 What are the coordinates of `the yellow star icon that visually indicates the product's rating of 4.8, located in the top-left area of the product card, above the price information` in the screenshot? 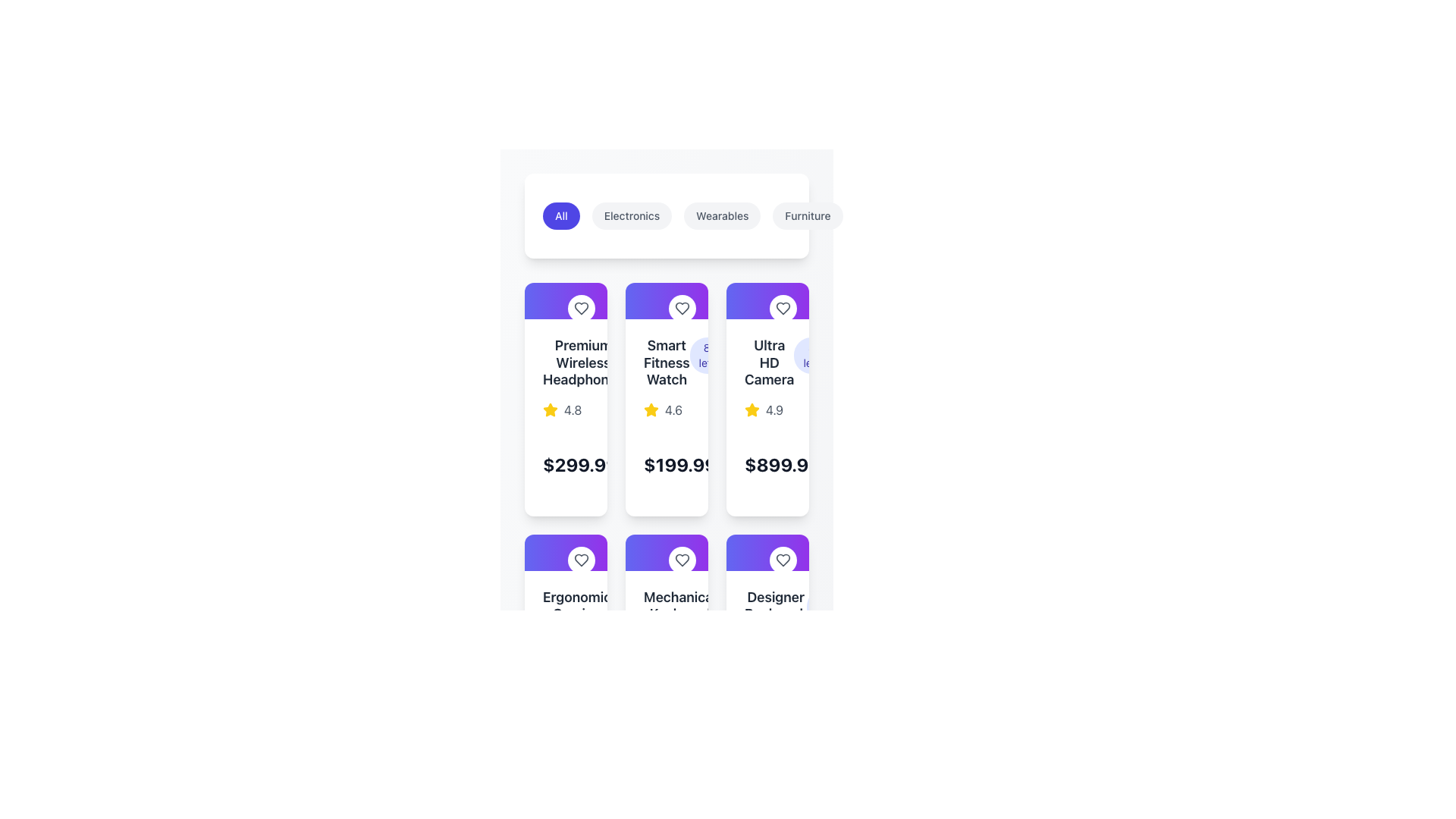 It's located at (549, 409).